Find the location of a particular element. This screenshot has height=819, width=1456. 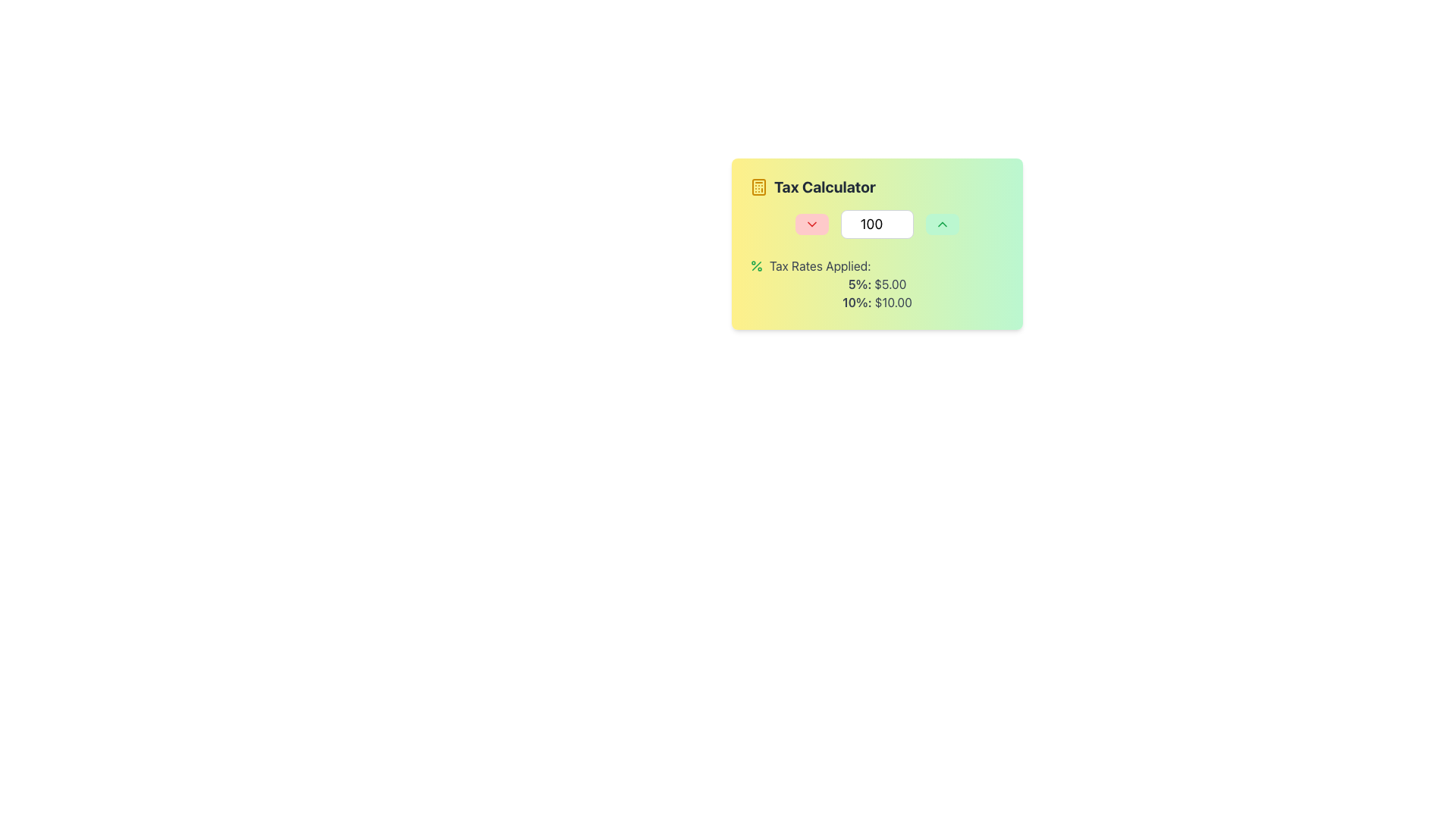

the static text label indicating the tax percentage value, which is located within the 'Tax Rates Applied:' section and displays '5%: $5.00' is located at coordinates (861, 284).